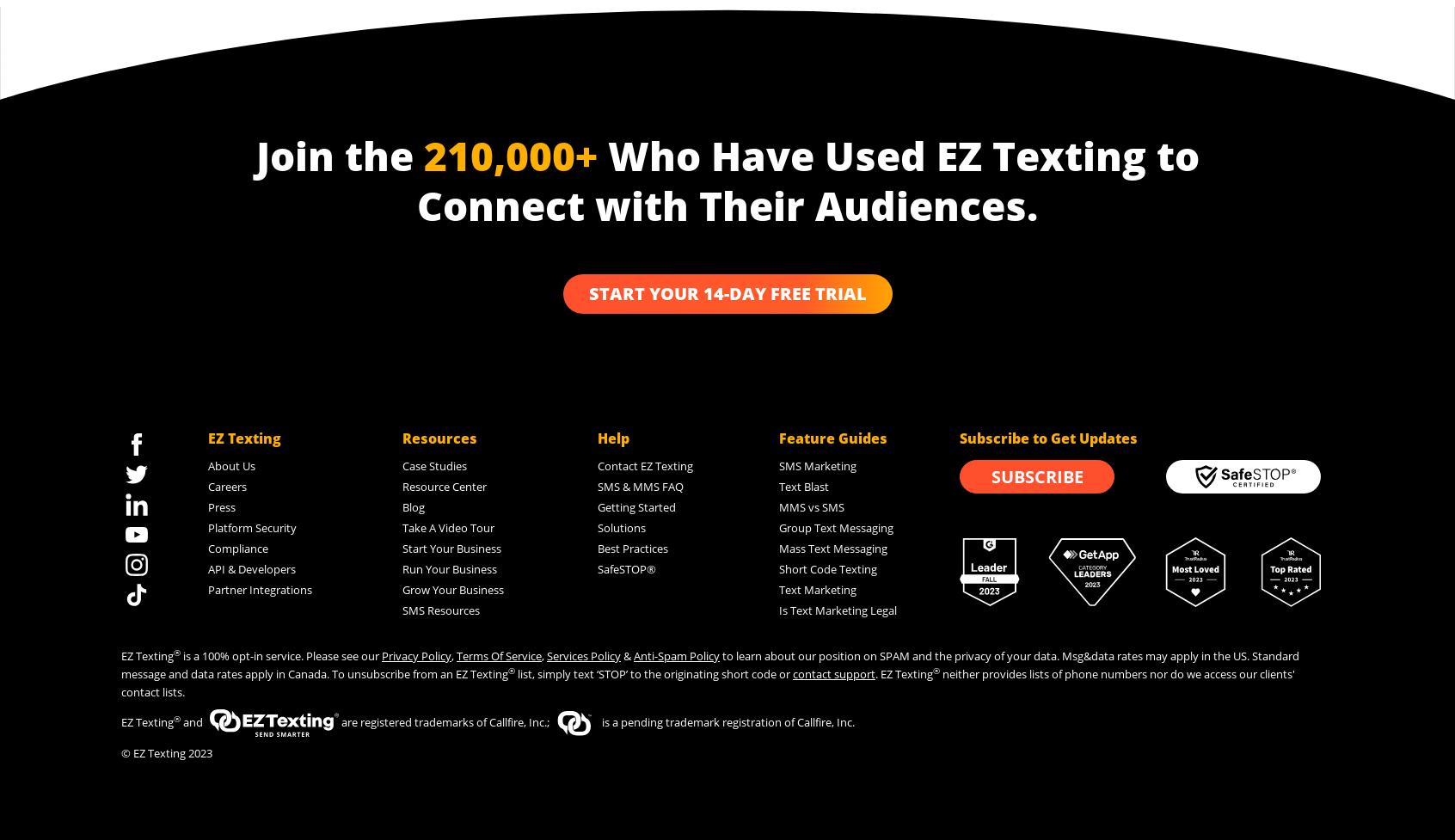 The image size is (1455, 840). What do you see at coordinates (827, 569) in the screenshot?
I see `'Short Code Texting'` at bounding box center [827, 569].